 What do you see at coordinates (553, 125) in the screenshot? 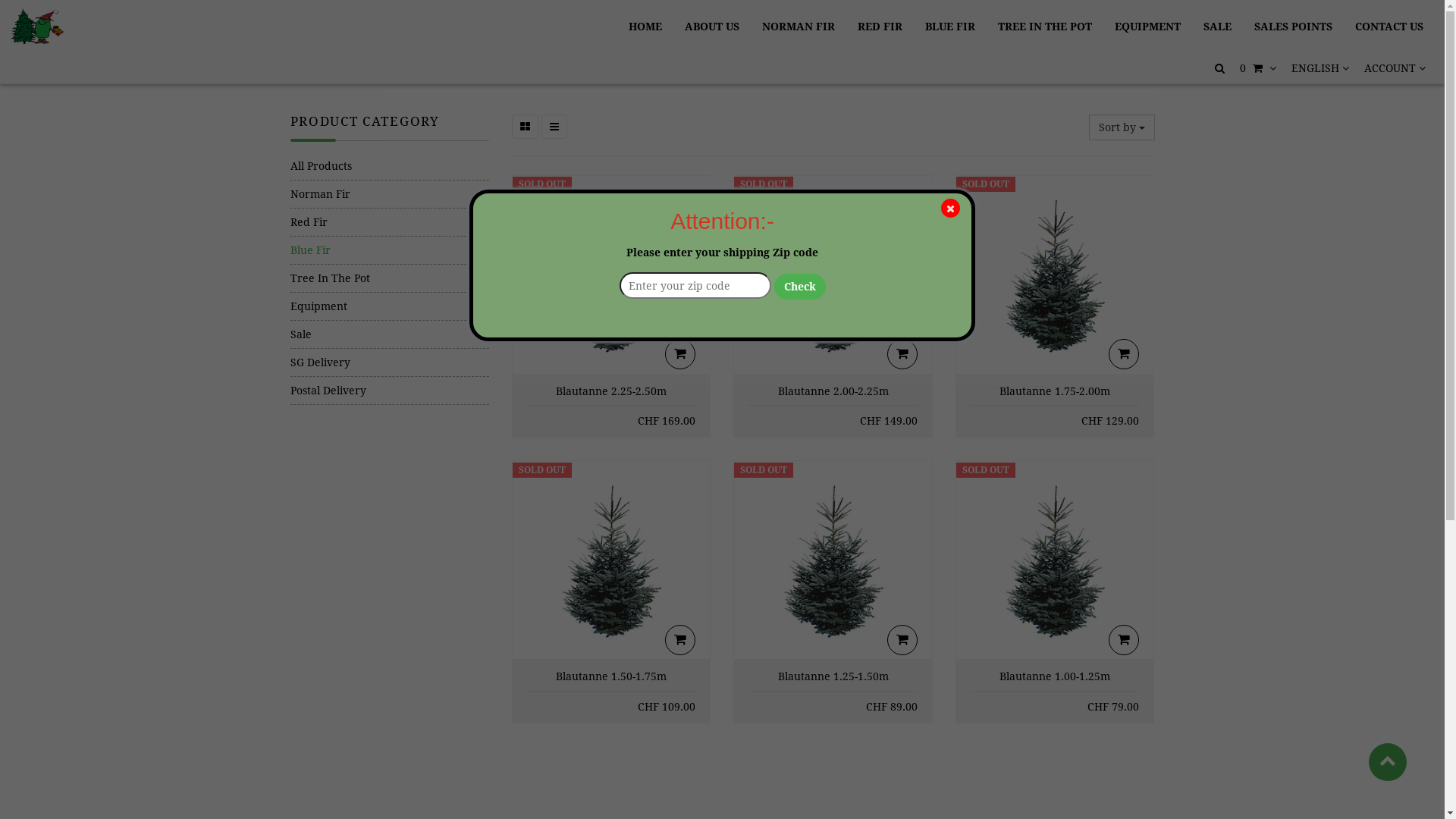
I see `'List View'` at bounding box center [553, 125].